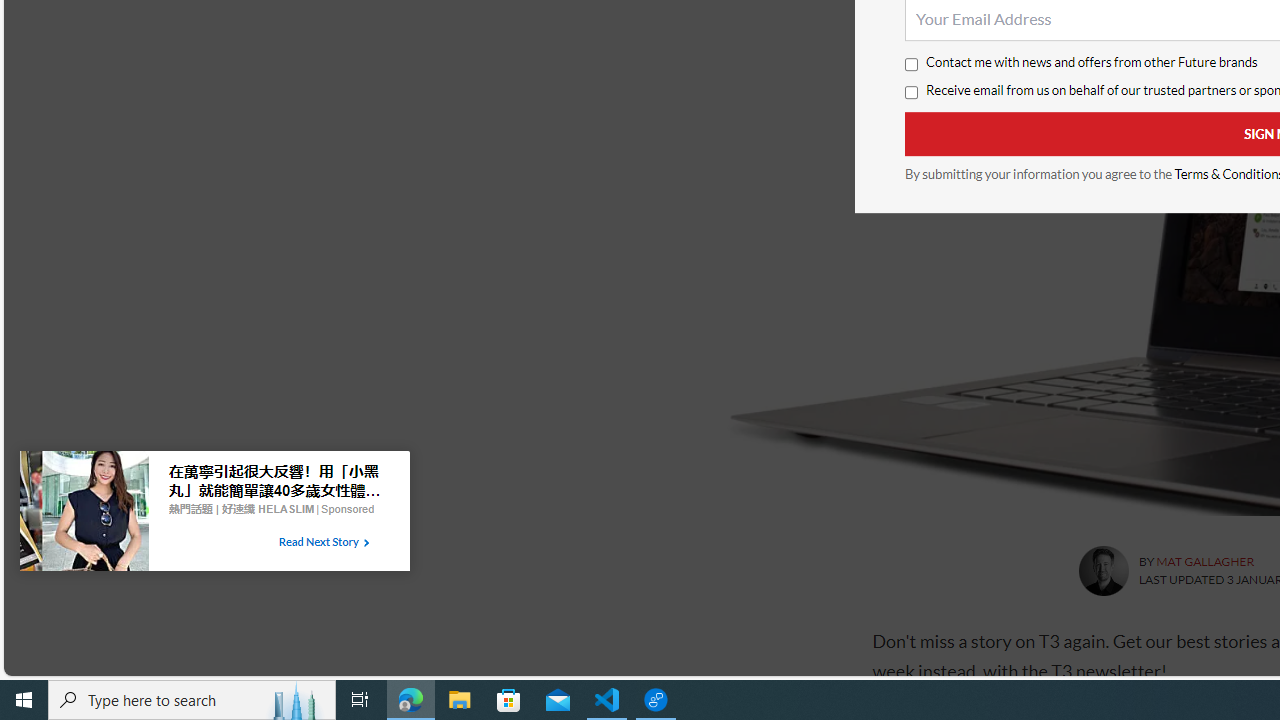 This screenshot has height=720, width=1280. I want to click on 'Contact me with news and offers from other Future brands', so click(910, 64).